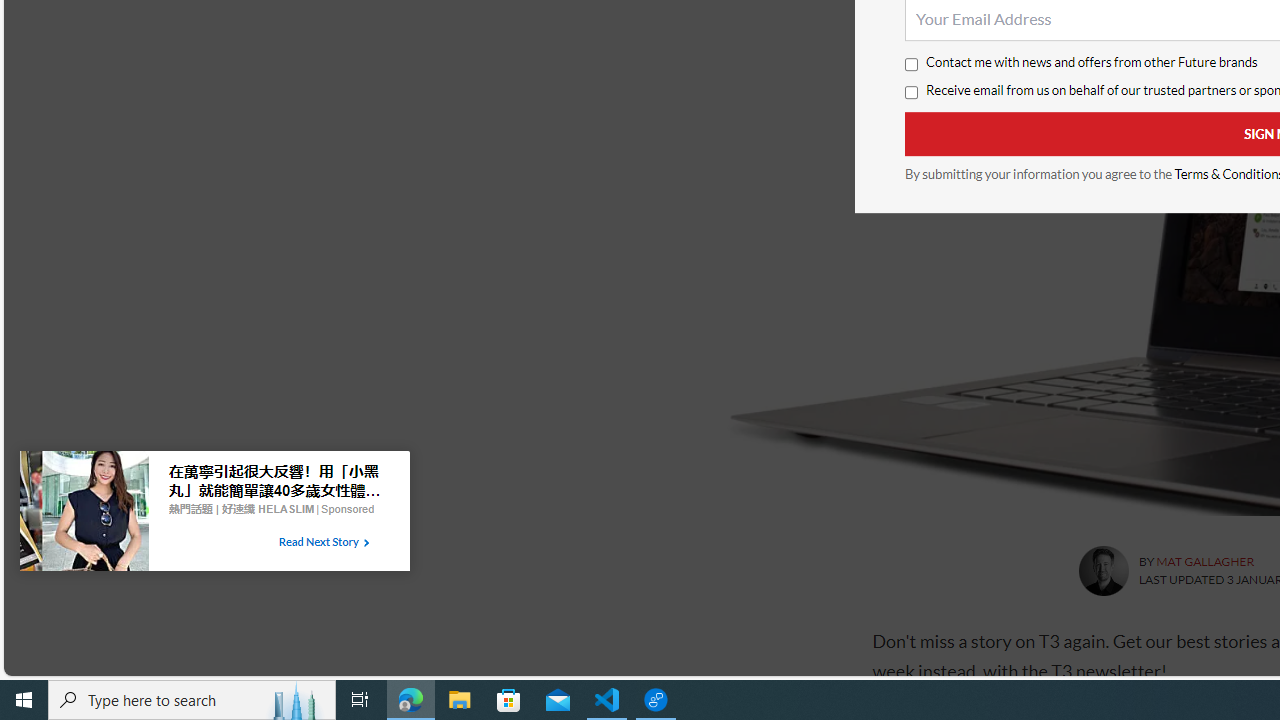 This screenshot has height=720, width=1280. I want to click on 'Contact me with news and offers from other Future brands', so click(910, 64).